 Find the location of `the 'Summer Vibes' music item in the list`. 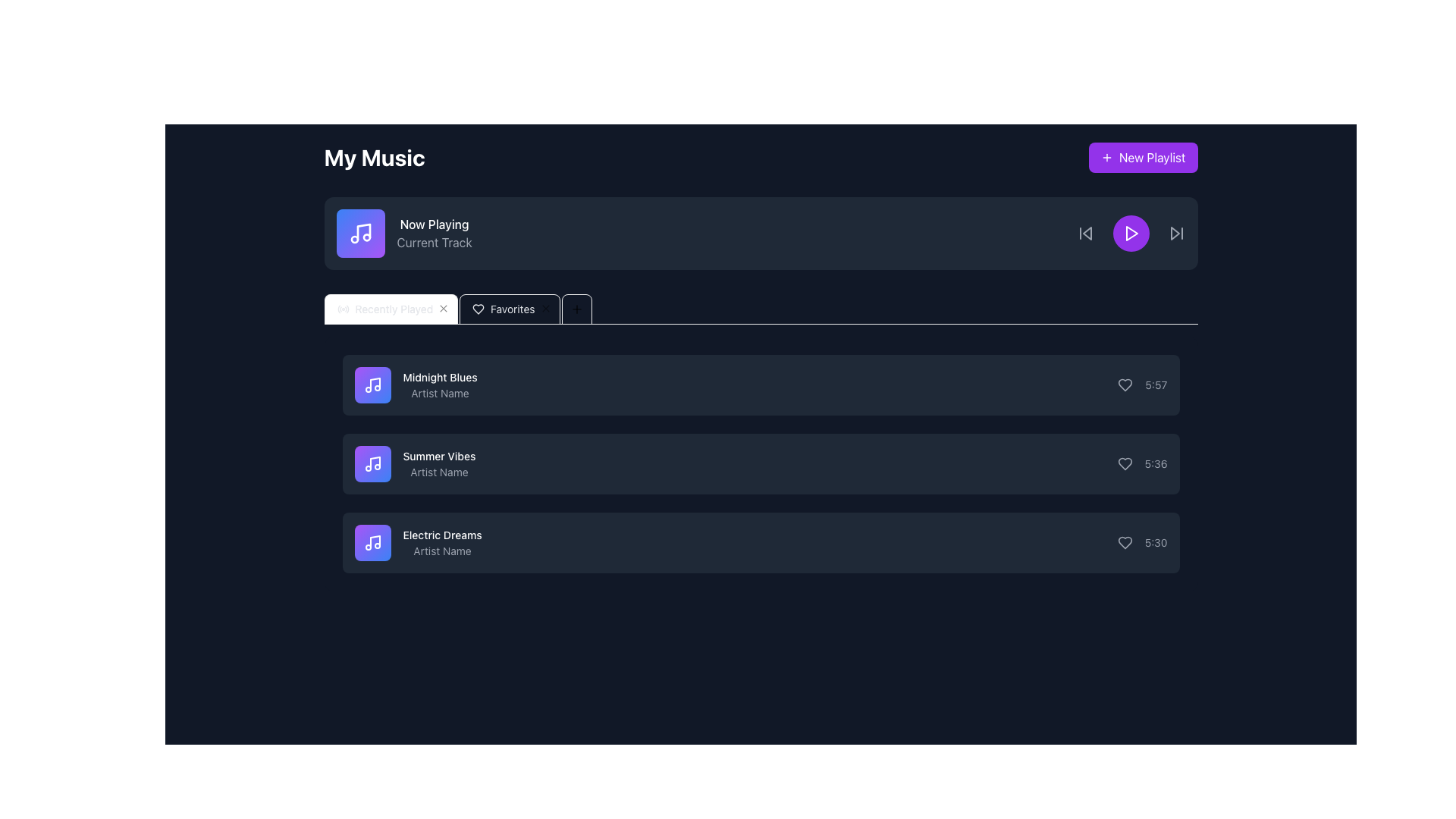

the 'Summer Vibes' music item in the list is located at coordinates (415, 463).